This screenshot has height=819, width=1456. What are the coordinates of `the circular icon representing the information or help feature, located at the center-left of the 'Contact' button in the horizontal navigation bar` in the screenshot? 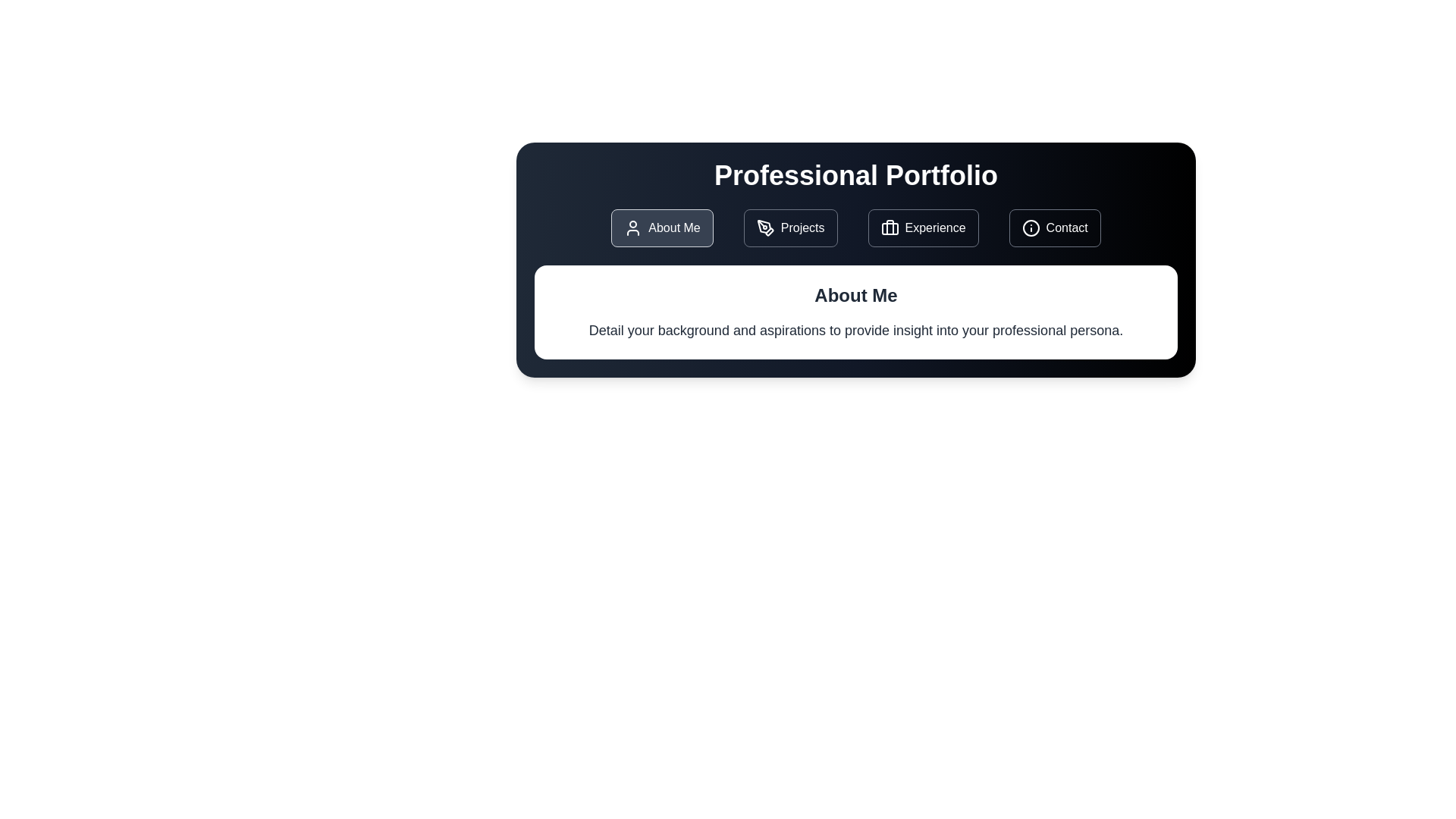 It's located at (1031, 227).